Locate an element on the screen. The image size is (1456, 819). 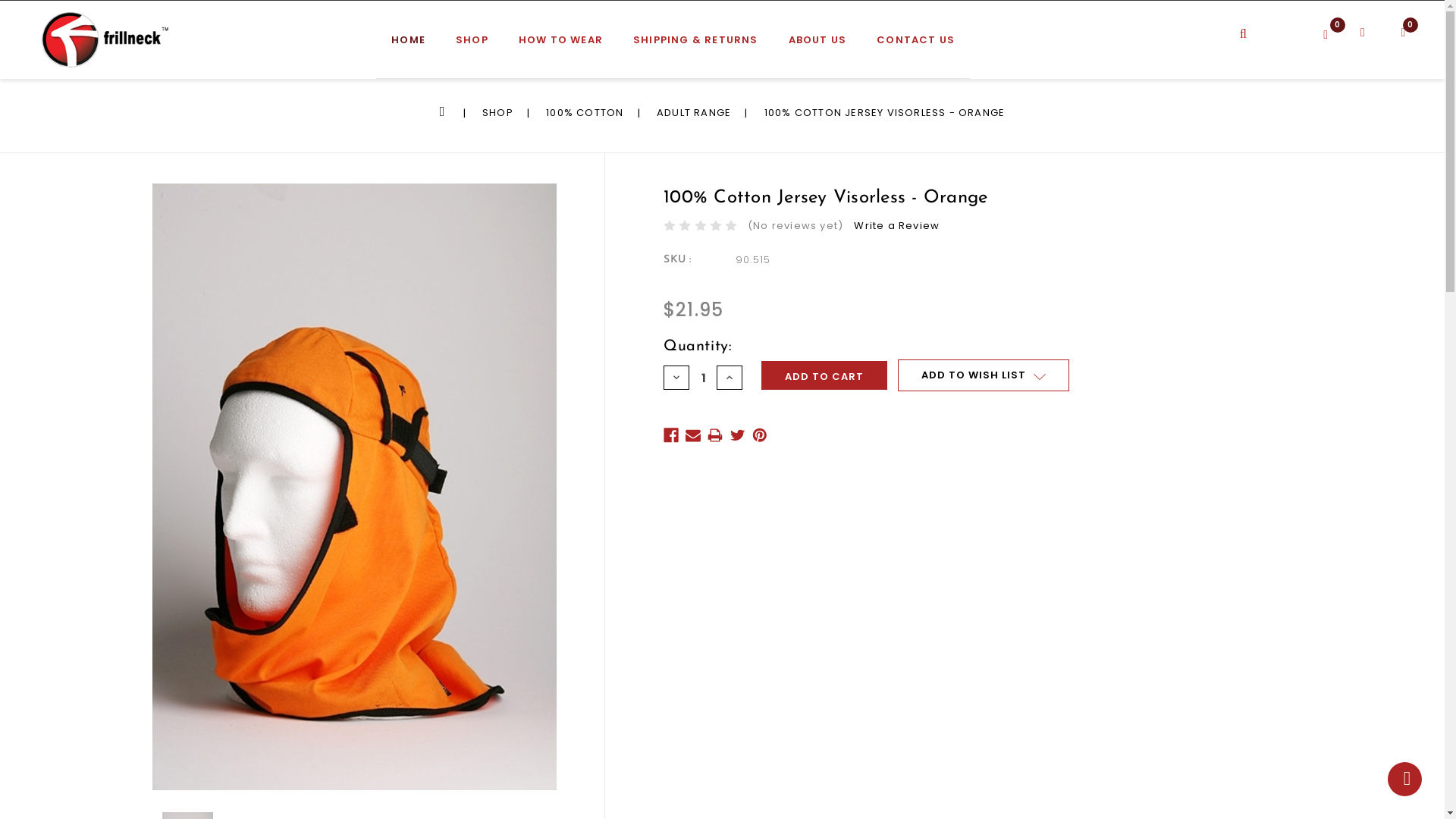
'SHIPPING & RETURNS' is located at coordinates (695, 45).